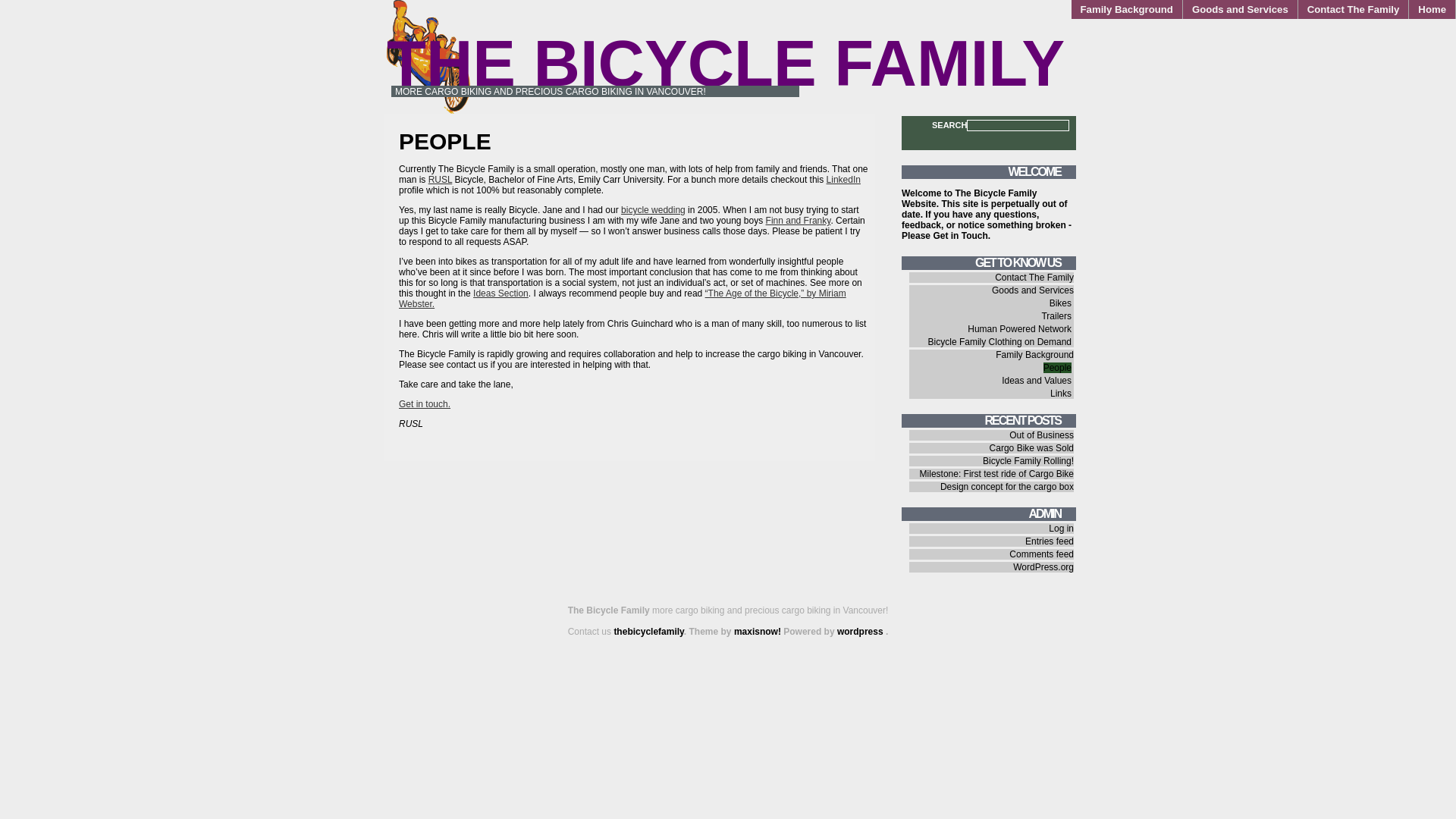 This screenshot has height=819, width=1456. I want to click on 'wordpress', so click(861, 632).